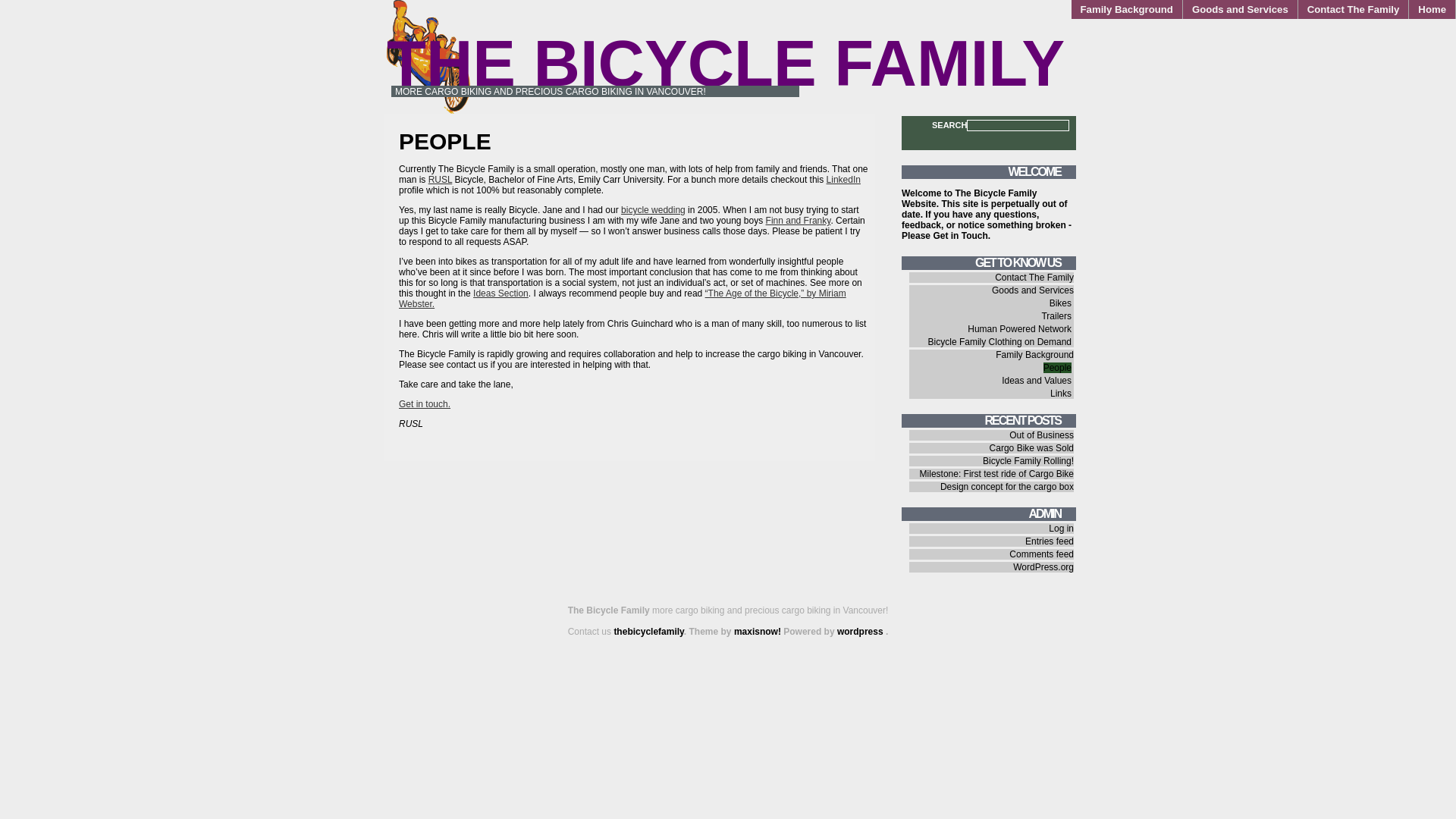 This screenshot has height=819, width=1456. I want to click on 'wordpress', so click(861, 632).